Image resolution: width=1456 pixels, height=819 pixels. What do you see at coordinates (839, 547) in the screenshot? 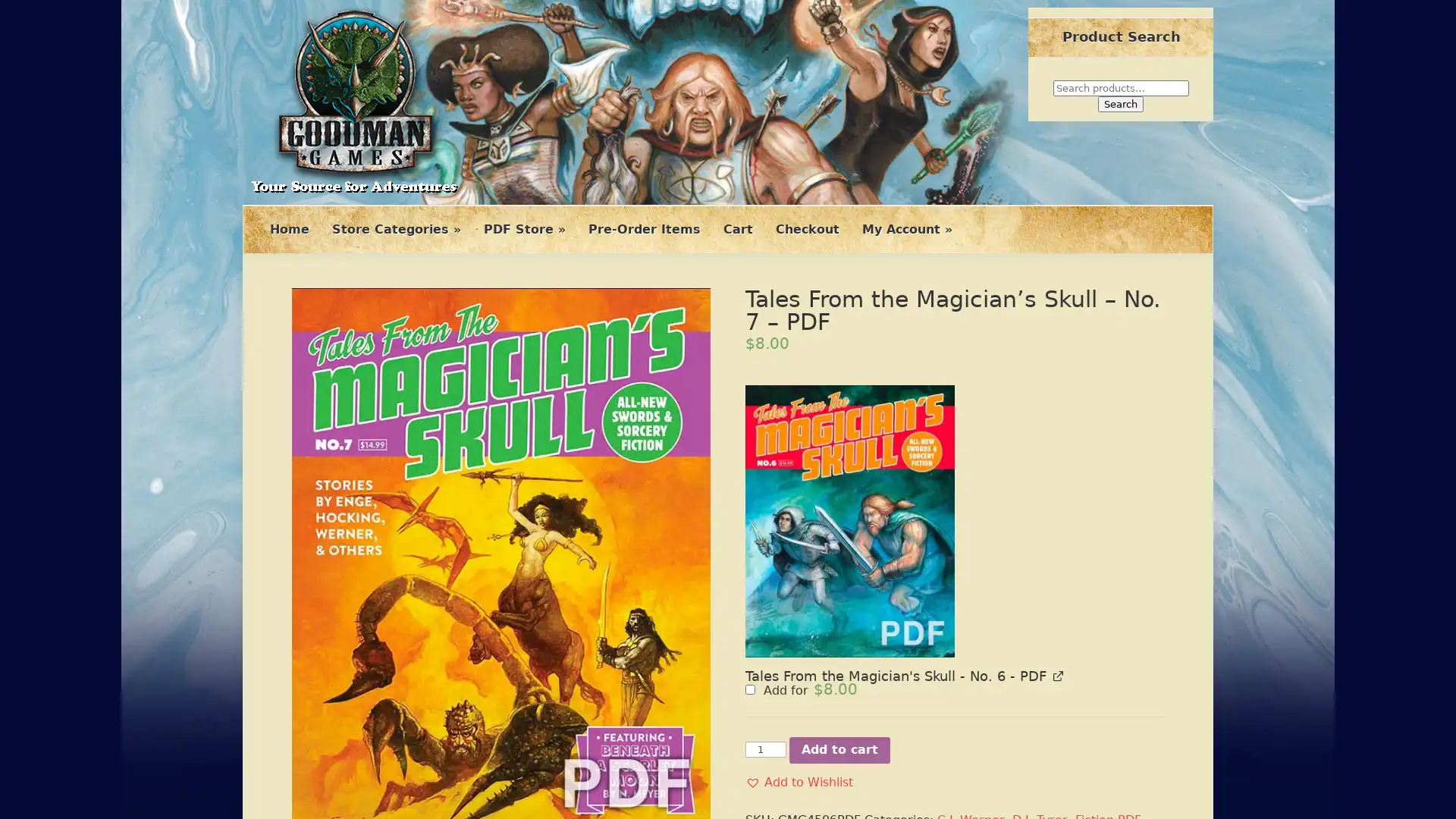
I see `Add to cart` at bounding box center [839, 547].